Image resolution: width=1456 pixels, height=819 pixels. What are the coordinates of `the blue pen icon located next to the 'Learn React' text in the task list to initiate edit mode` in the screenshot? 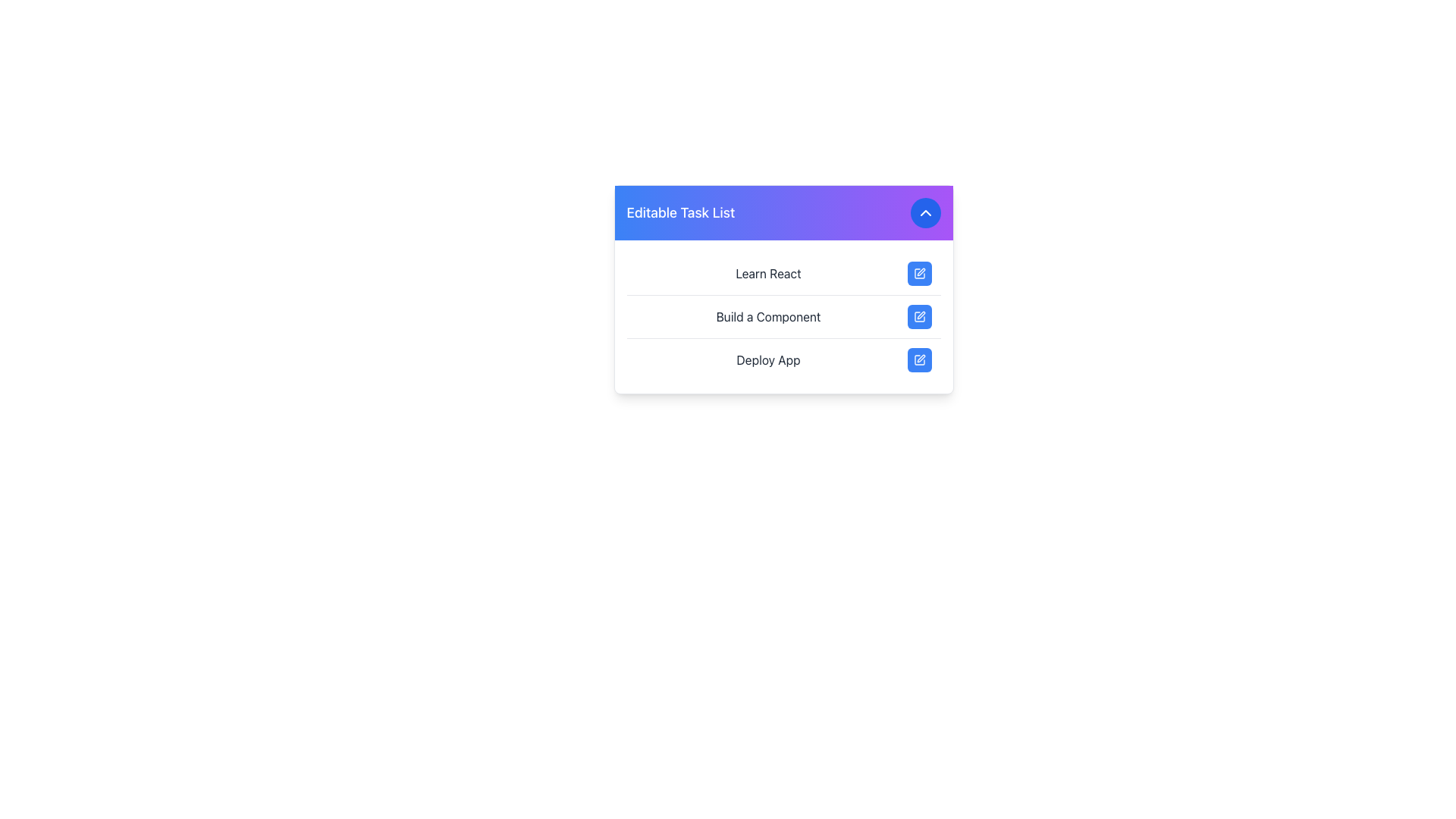 It's located at (920, 271).